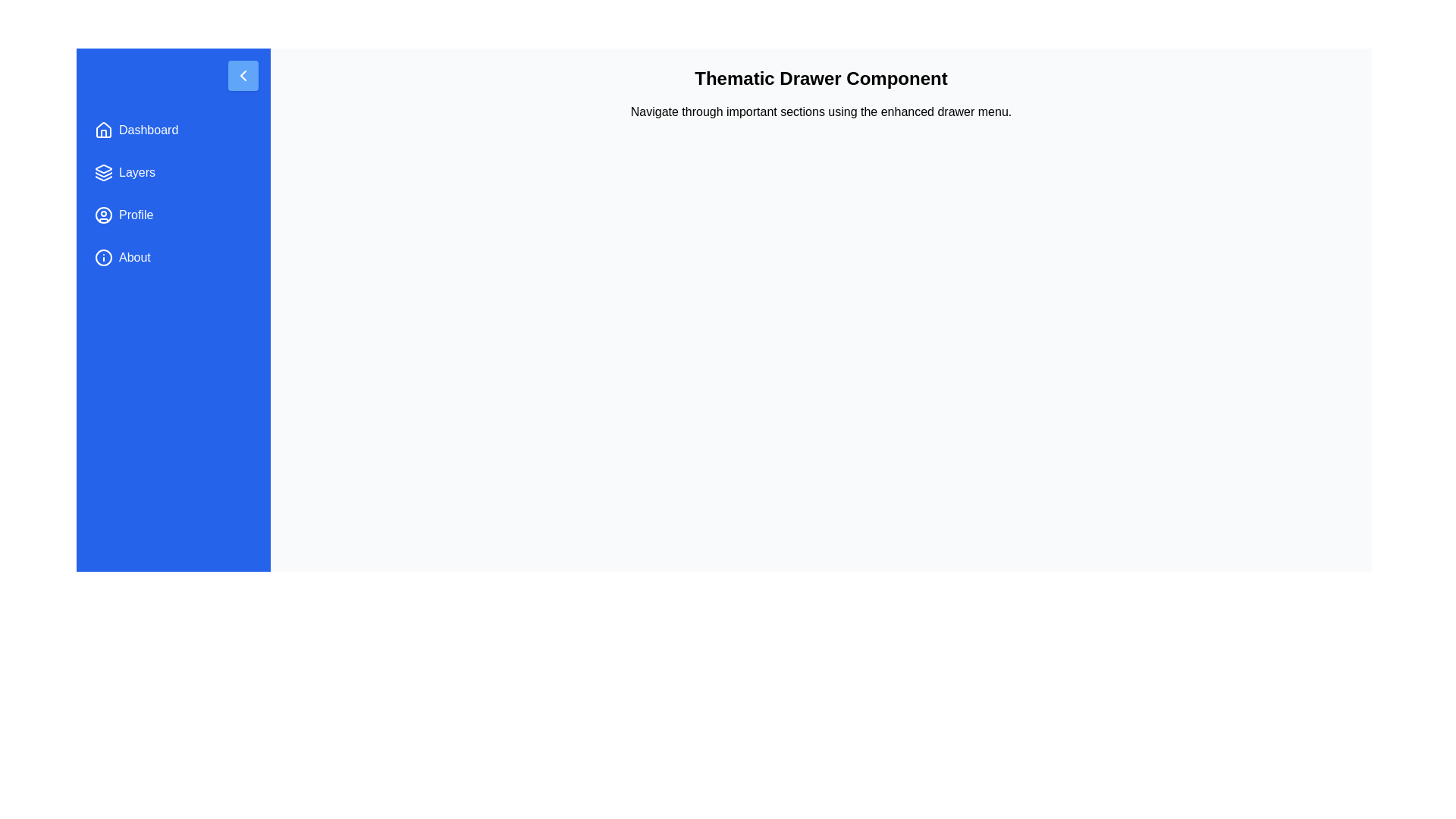 The image size is (1456, 819). What do you see at coordinates (174, 130) in the screenshot?
I see `the menu item labeled Dashboard` at bounding box center [174, 130].